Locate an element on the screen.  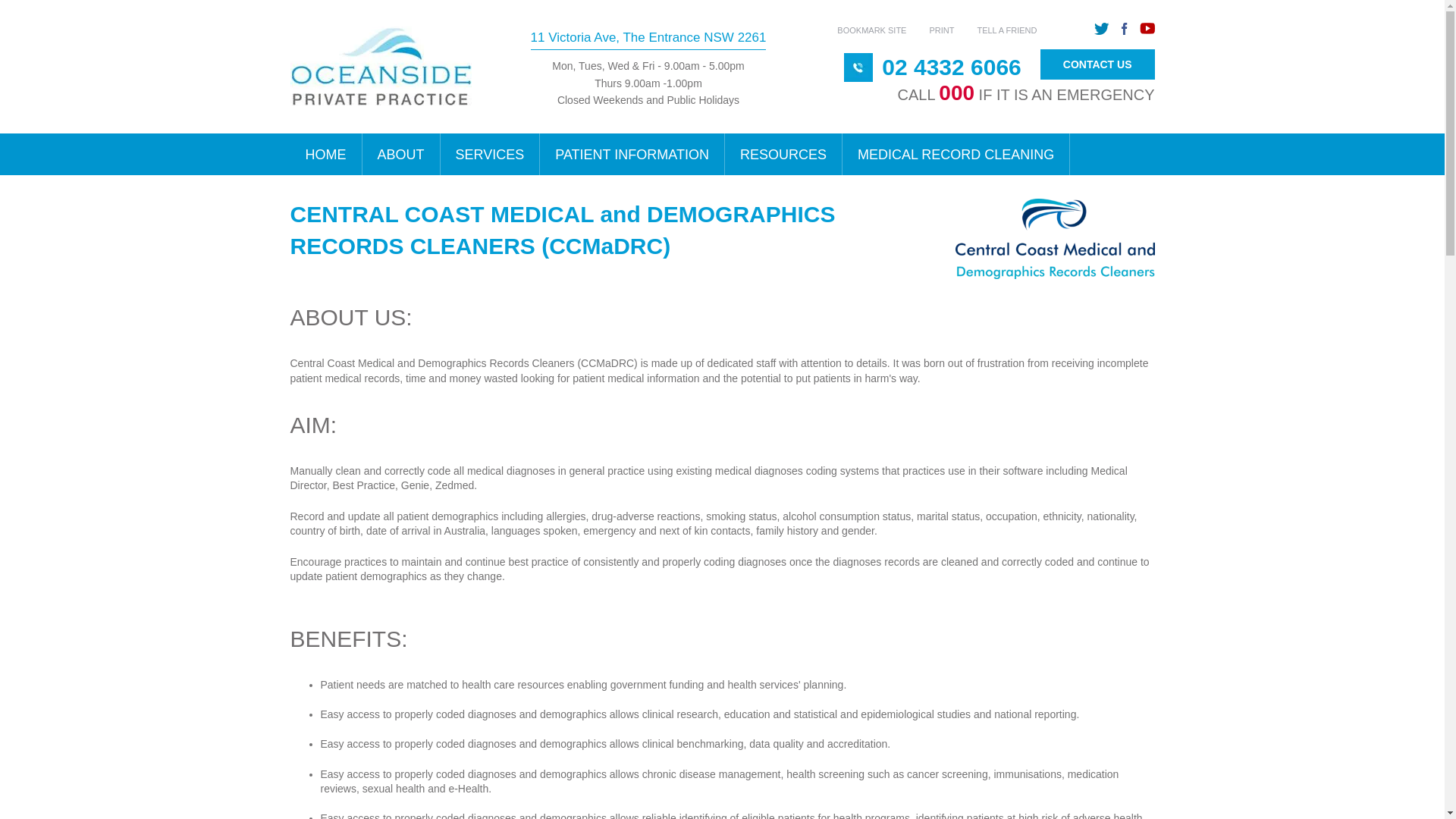
'youtube' is located at coordinates (1139, 29).